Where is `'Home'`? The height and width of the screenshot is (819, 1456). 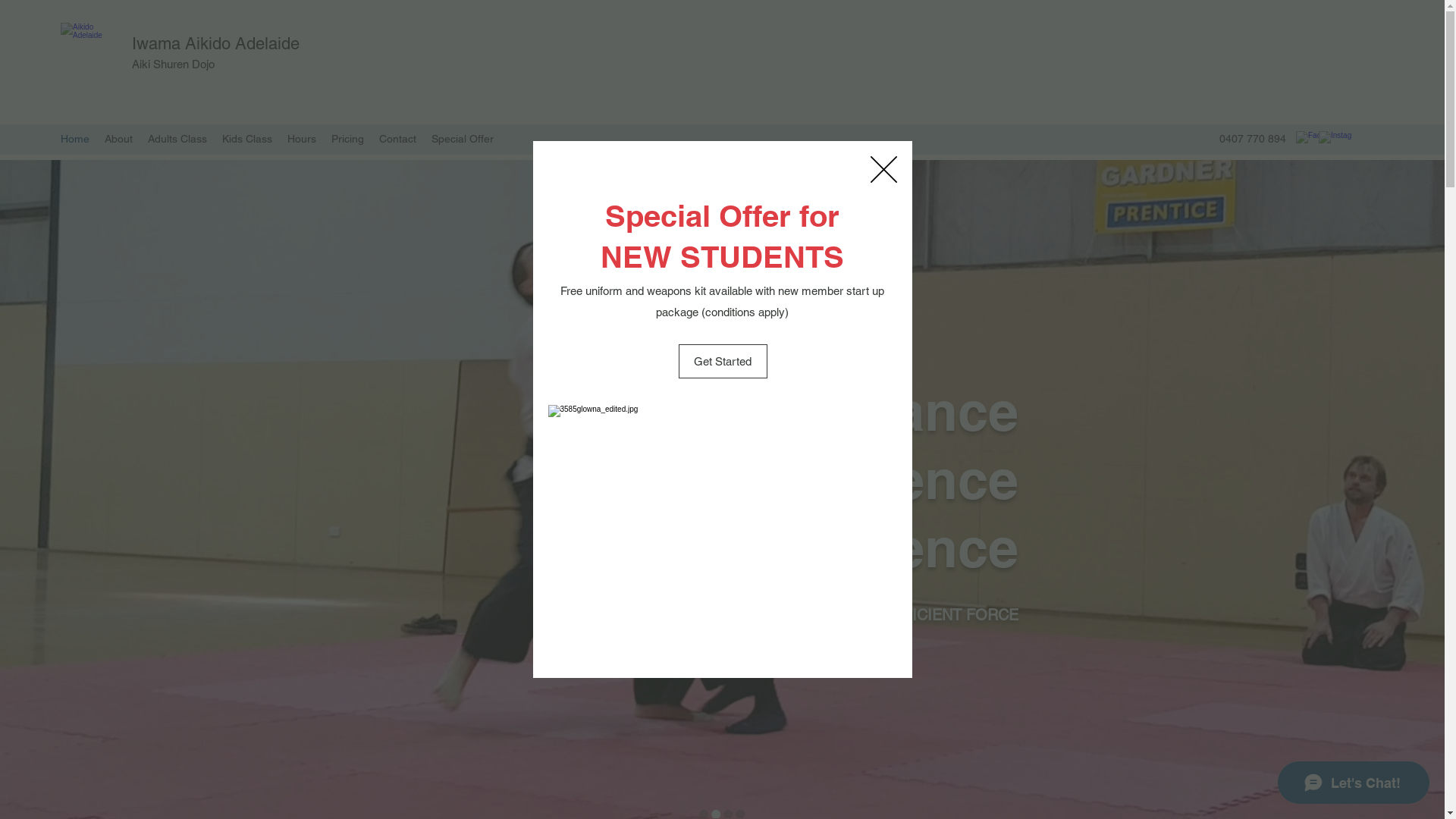
'Home' is located at coordinates (74, 138).